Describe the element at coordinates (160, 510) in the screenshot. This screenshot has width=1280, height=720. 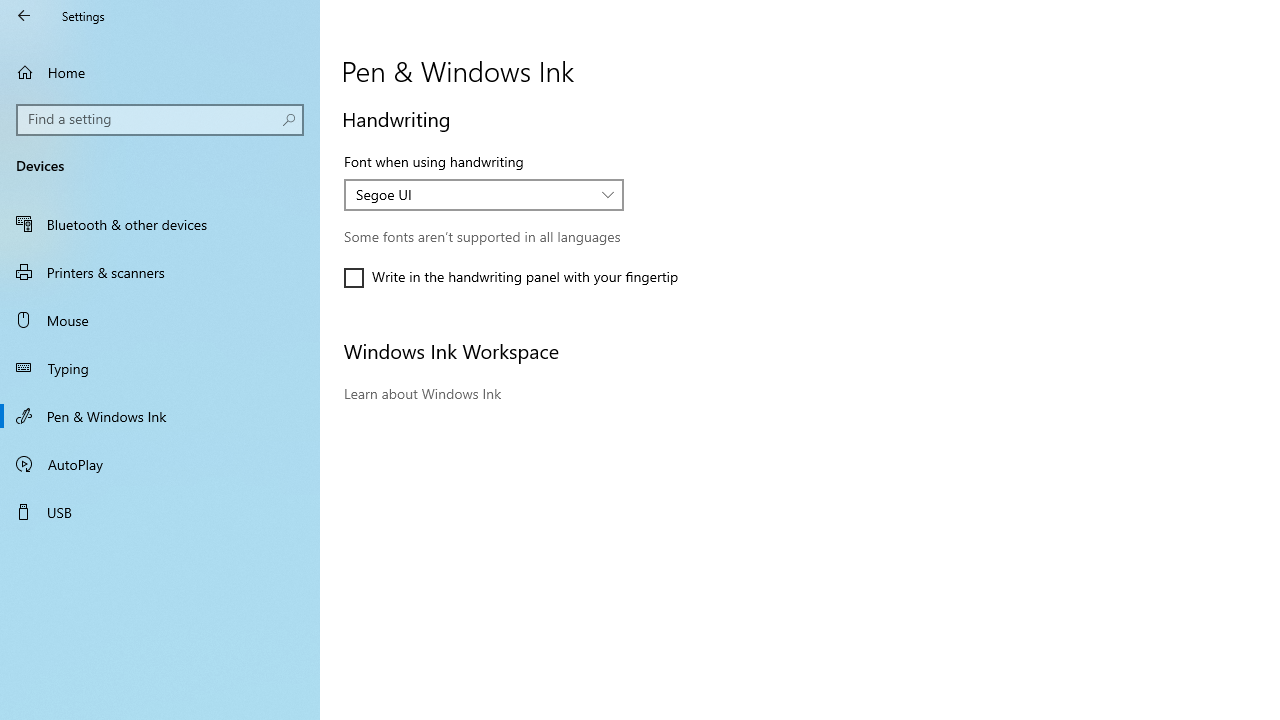
I see `'USB'` at that location.